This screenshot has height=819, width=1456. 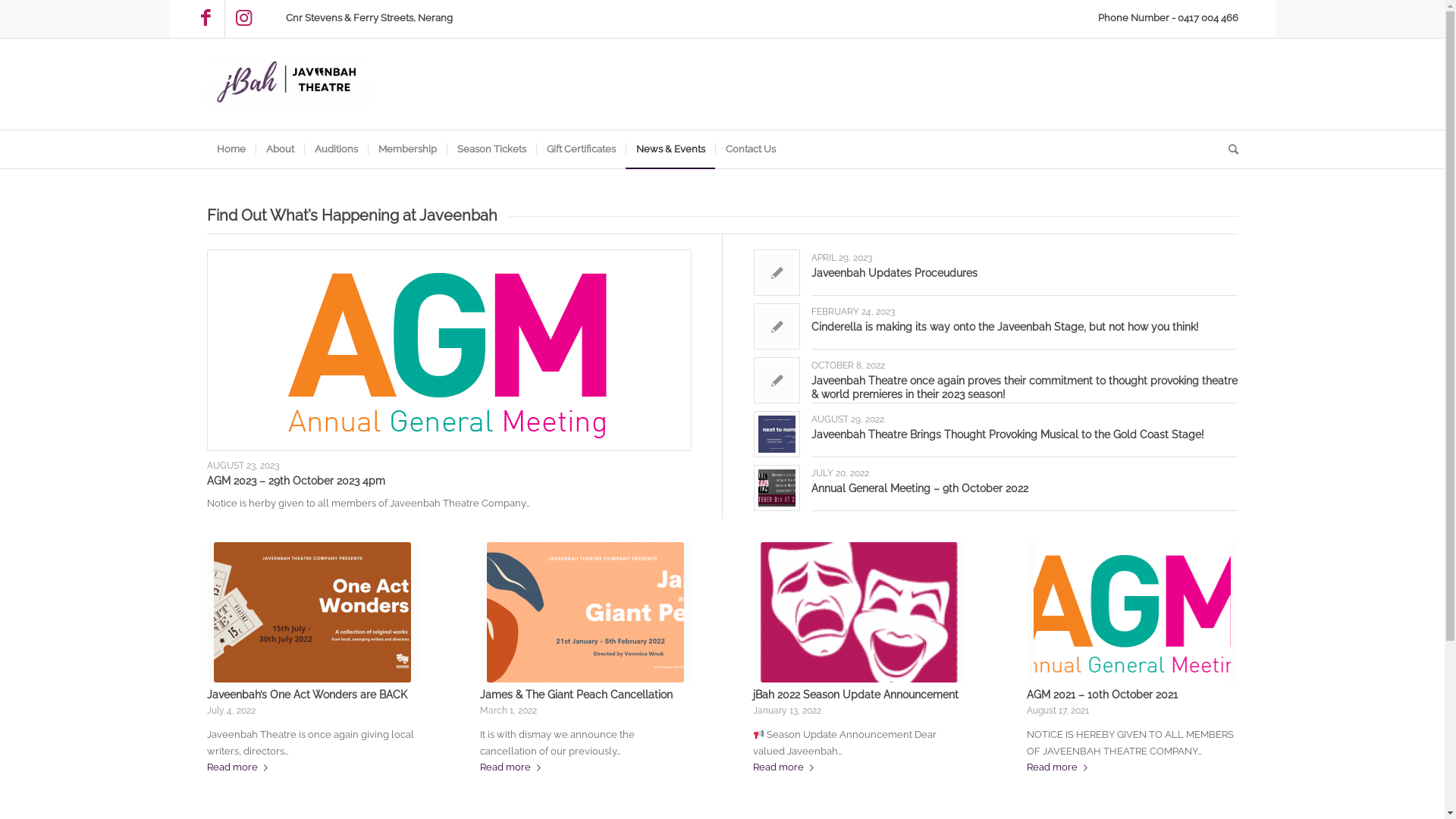 What do you see at coordinates (749, 149) in the screenshot?
I see `'Contact Us'` at bounding box center [749, 149].